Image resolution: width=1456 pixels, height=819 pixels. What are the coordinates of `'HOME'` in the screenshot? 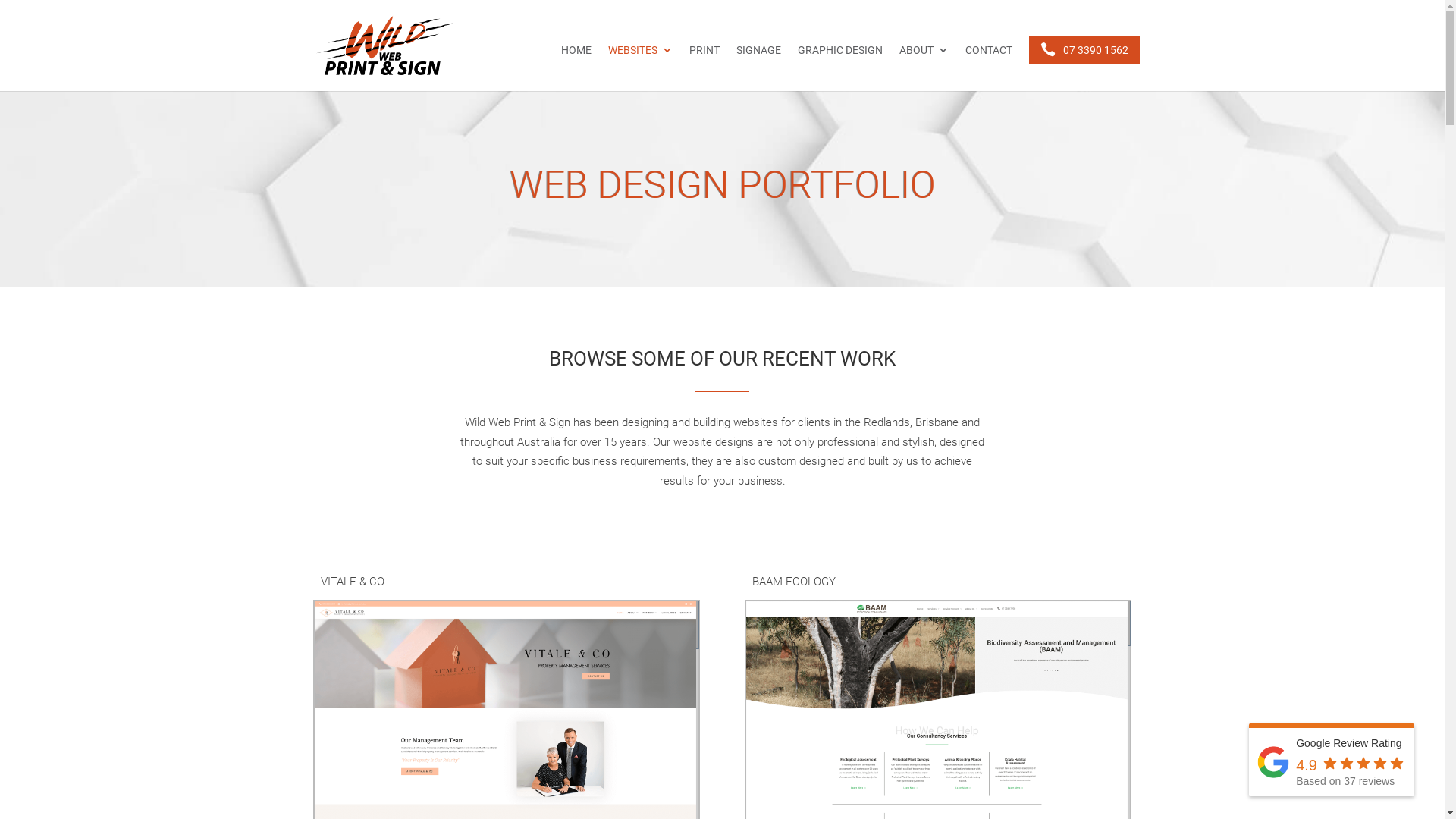 It's located at (575, 67).